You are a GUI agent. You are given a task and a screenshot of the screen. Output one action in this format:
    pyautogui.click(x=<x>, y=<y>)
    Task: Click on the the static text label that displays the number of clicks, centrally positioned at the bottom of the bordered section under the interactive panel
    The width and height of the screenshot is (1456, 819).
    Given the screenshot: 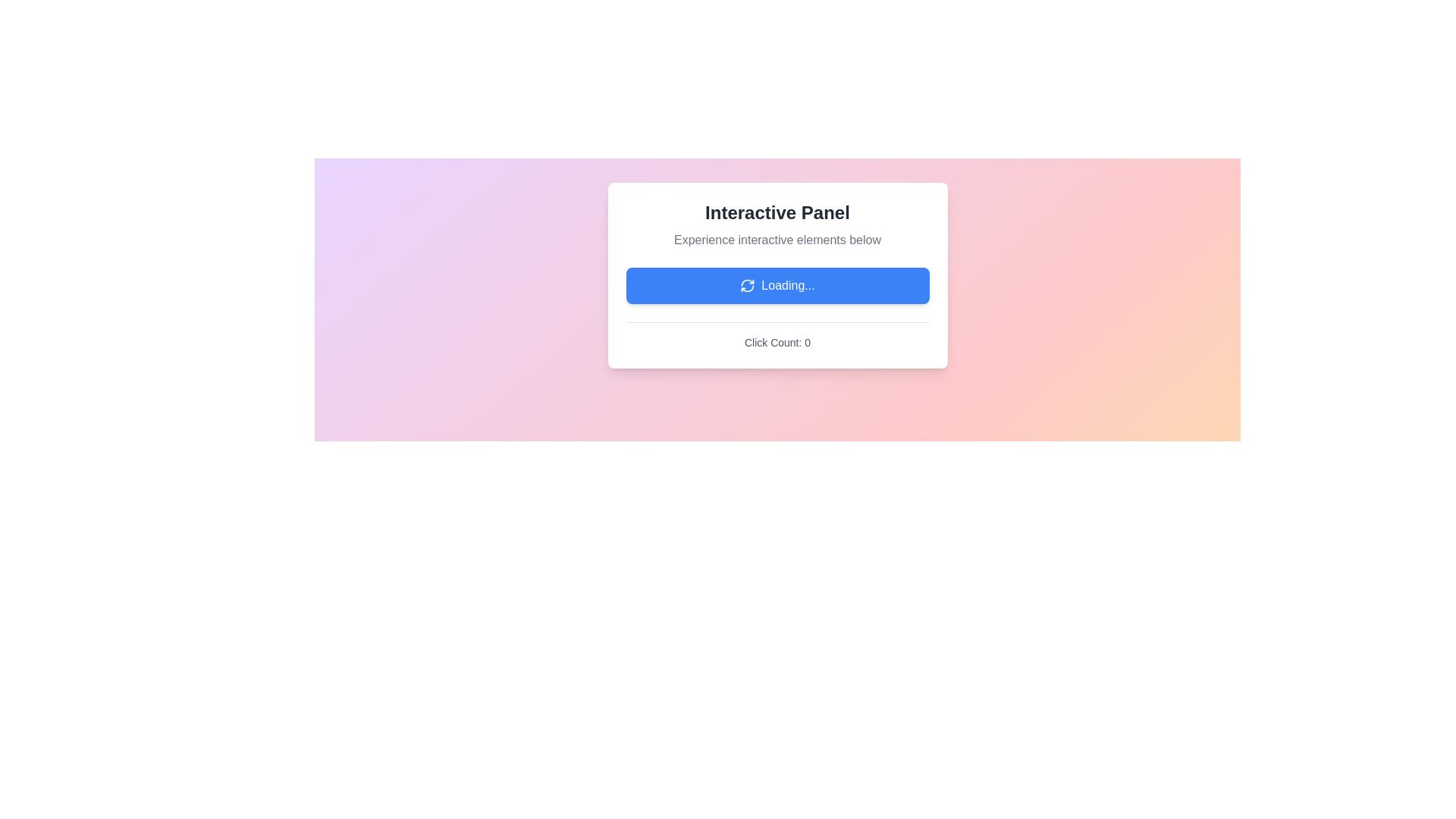 What is the action you would take?
    pyautogui.click(x=777, y=342)
    